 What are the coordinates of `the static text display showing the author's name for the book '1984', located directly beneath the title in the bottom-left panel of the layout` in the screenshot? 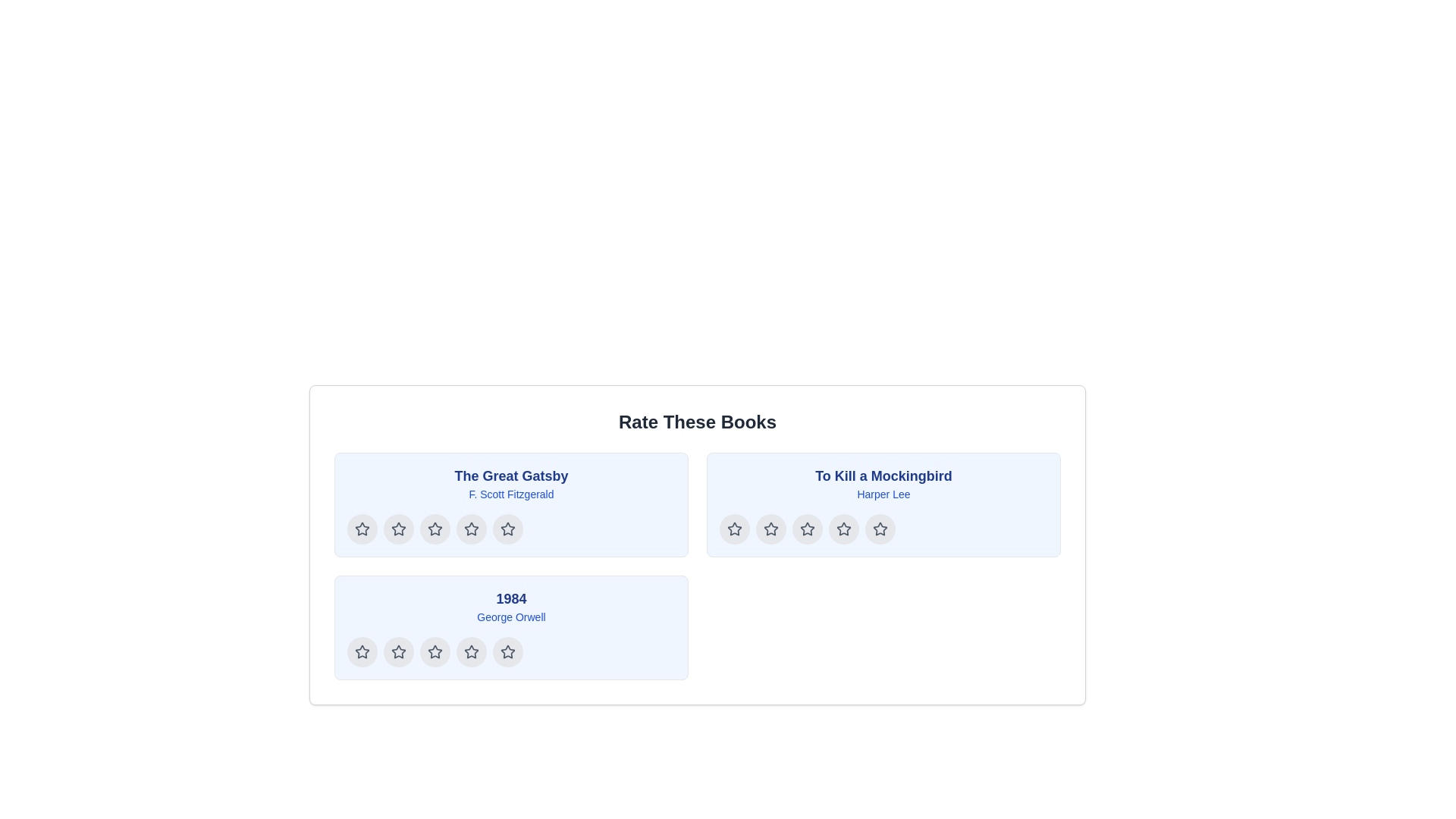 It's located at (511, 617).